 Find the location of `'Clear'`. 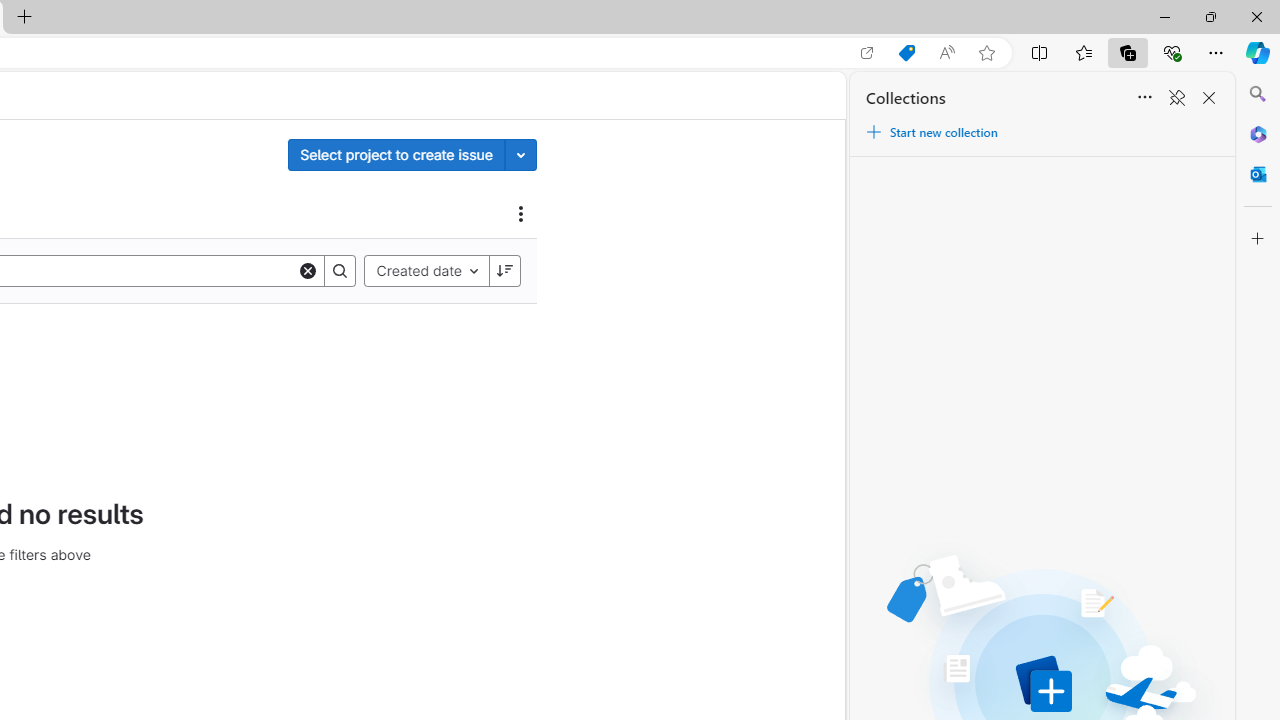

'Clear' is located at coordinates (307, 270).